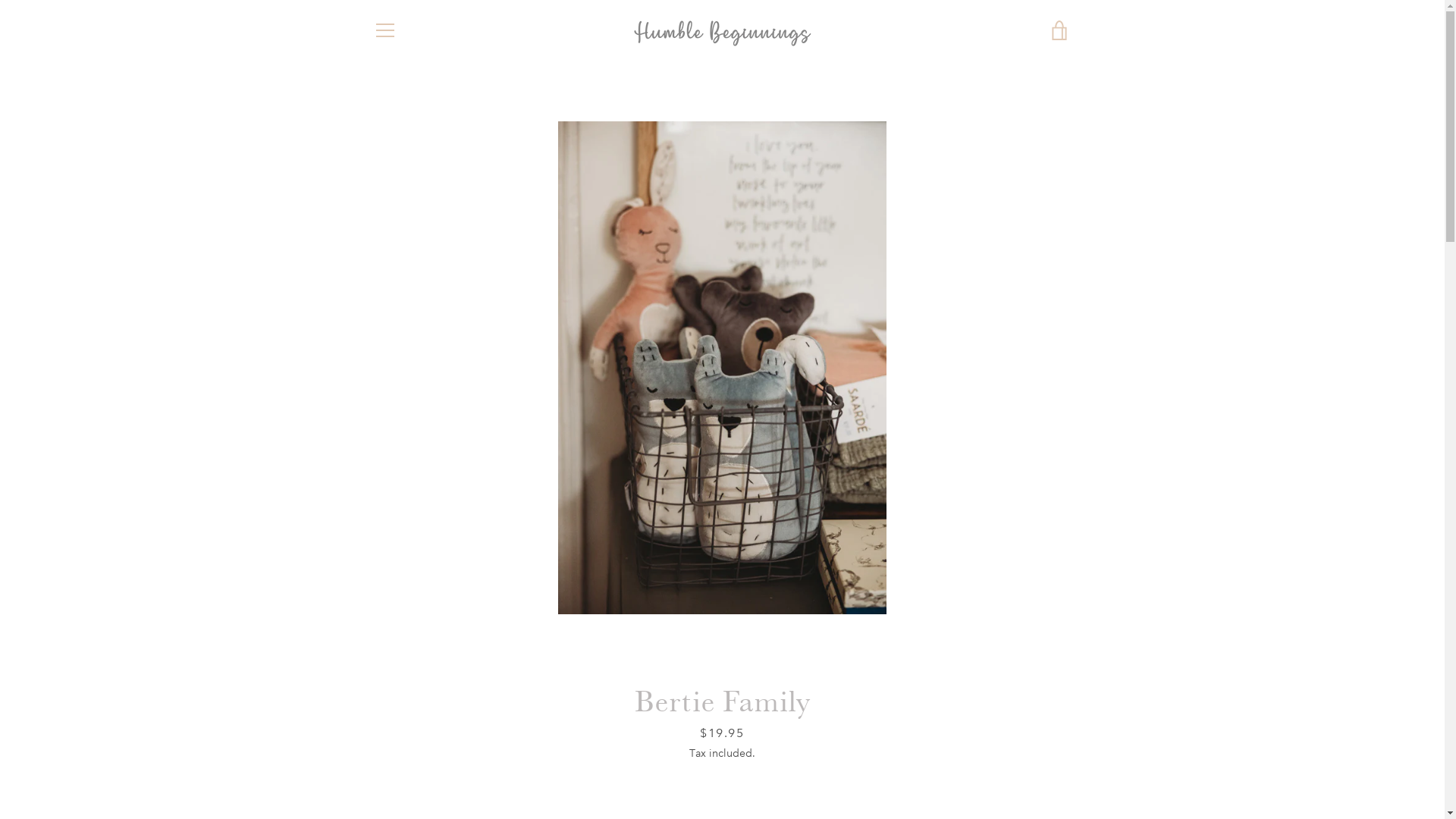 This screenshot has width=1456, height=819. Describe the element at coordinates (1040, 30) in the screenshot. I see `'VIEW CART'` at that location.